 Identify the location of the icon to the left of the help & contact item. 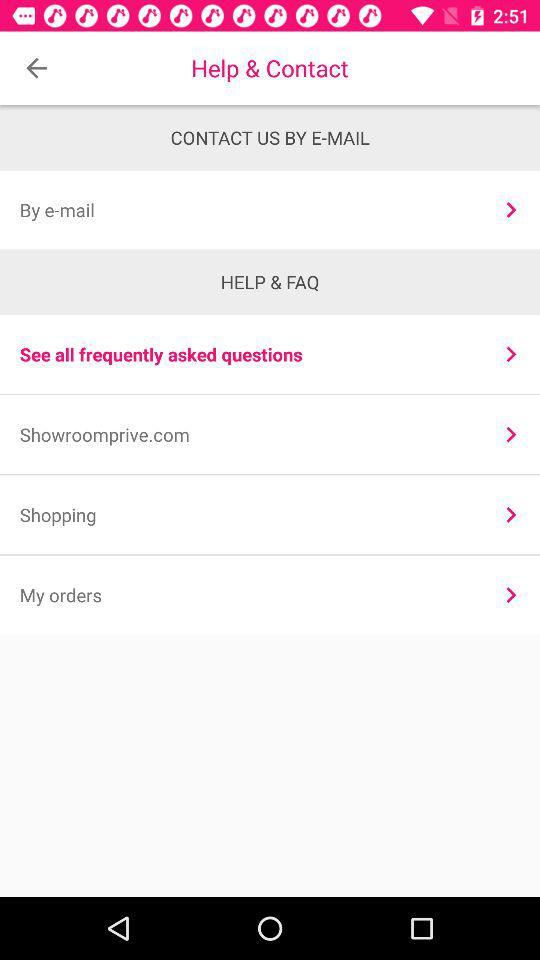
(36, 68).